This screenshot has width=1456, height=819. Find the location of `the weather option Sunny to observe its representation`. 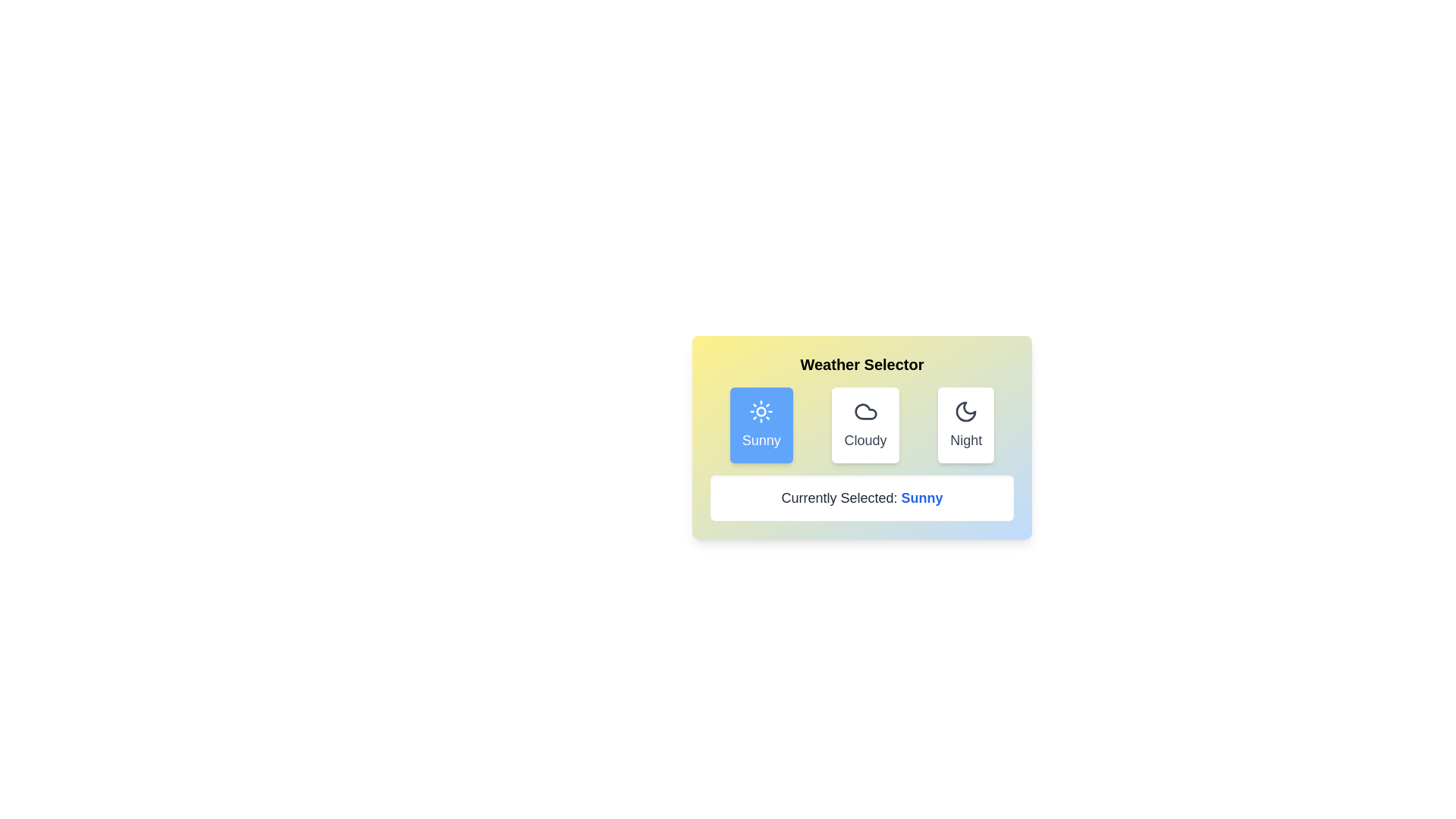

the weather option Sunny to observe its representation is located at coordinates (761, 425).